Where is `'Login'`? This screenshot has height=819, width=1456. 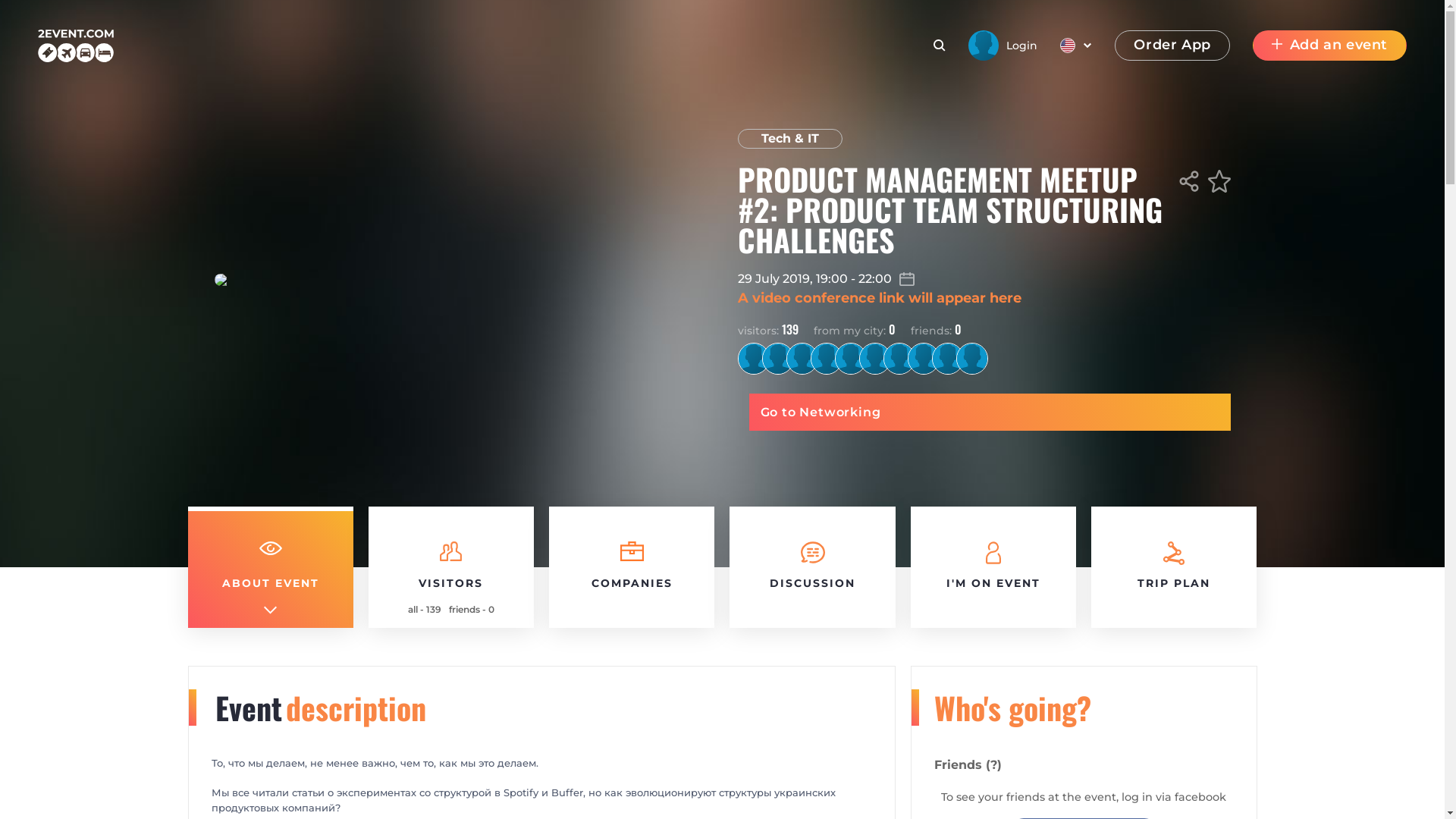
'Login' is located at coordinates (1003, 45).